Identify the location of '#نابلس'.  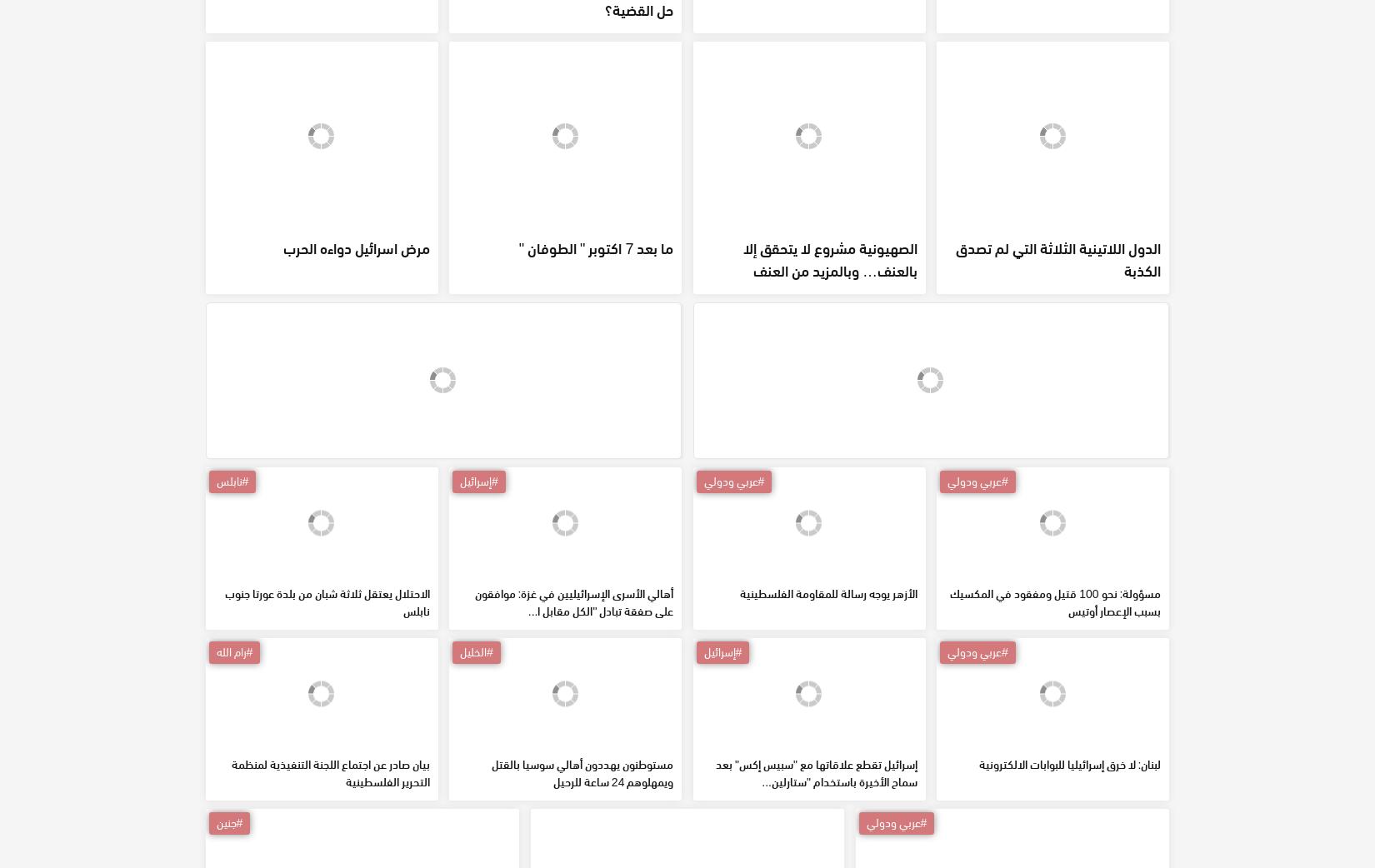
(232, 600).